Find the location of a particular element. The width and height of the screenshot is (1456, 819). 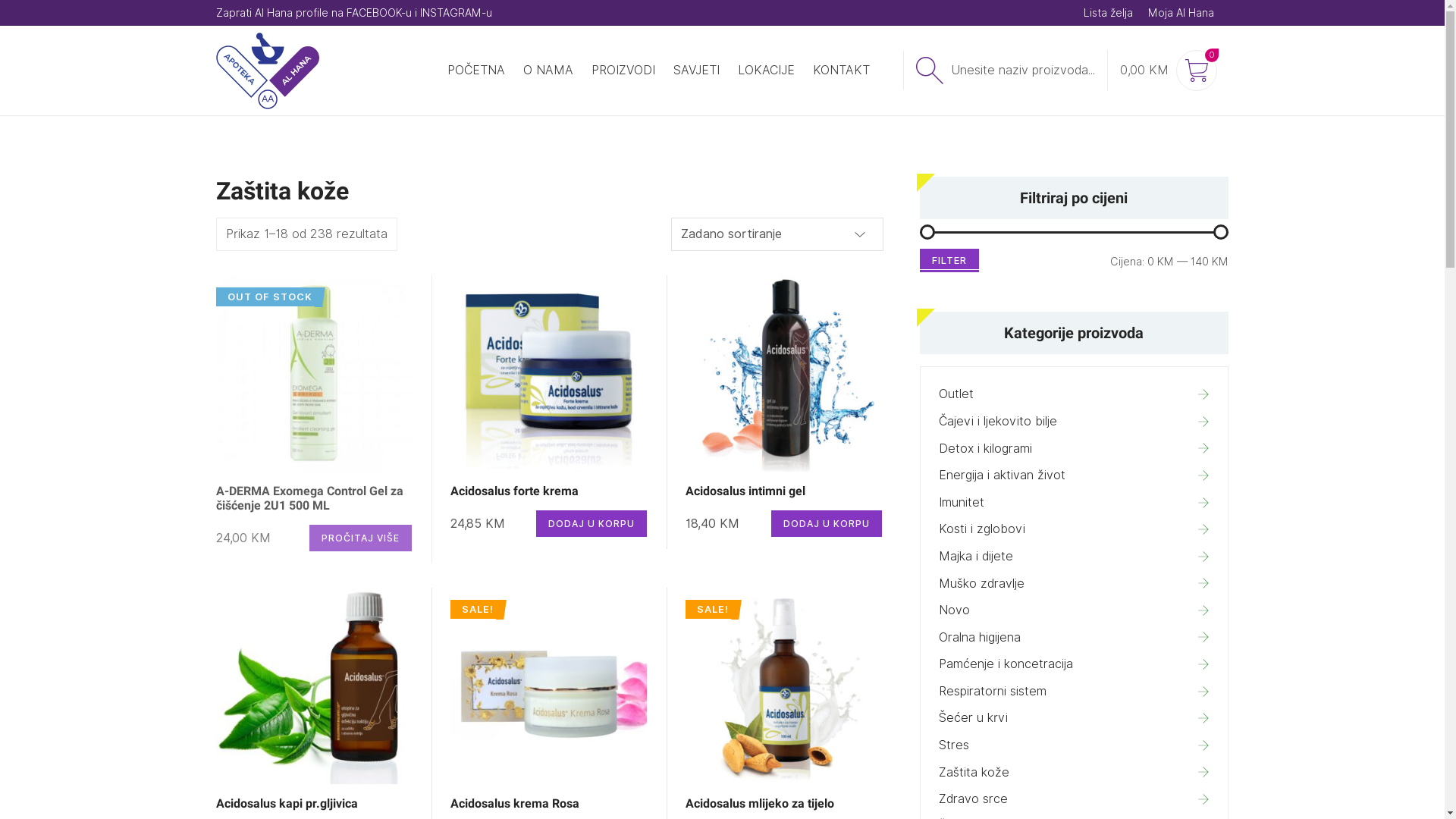

'Majka i dijete' is located at coordinates (1073, 556).